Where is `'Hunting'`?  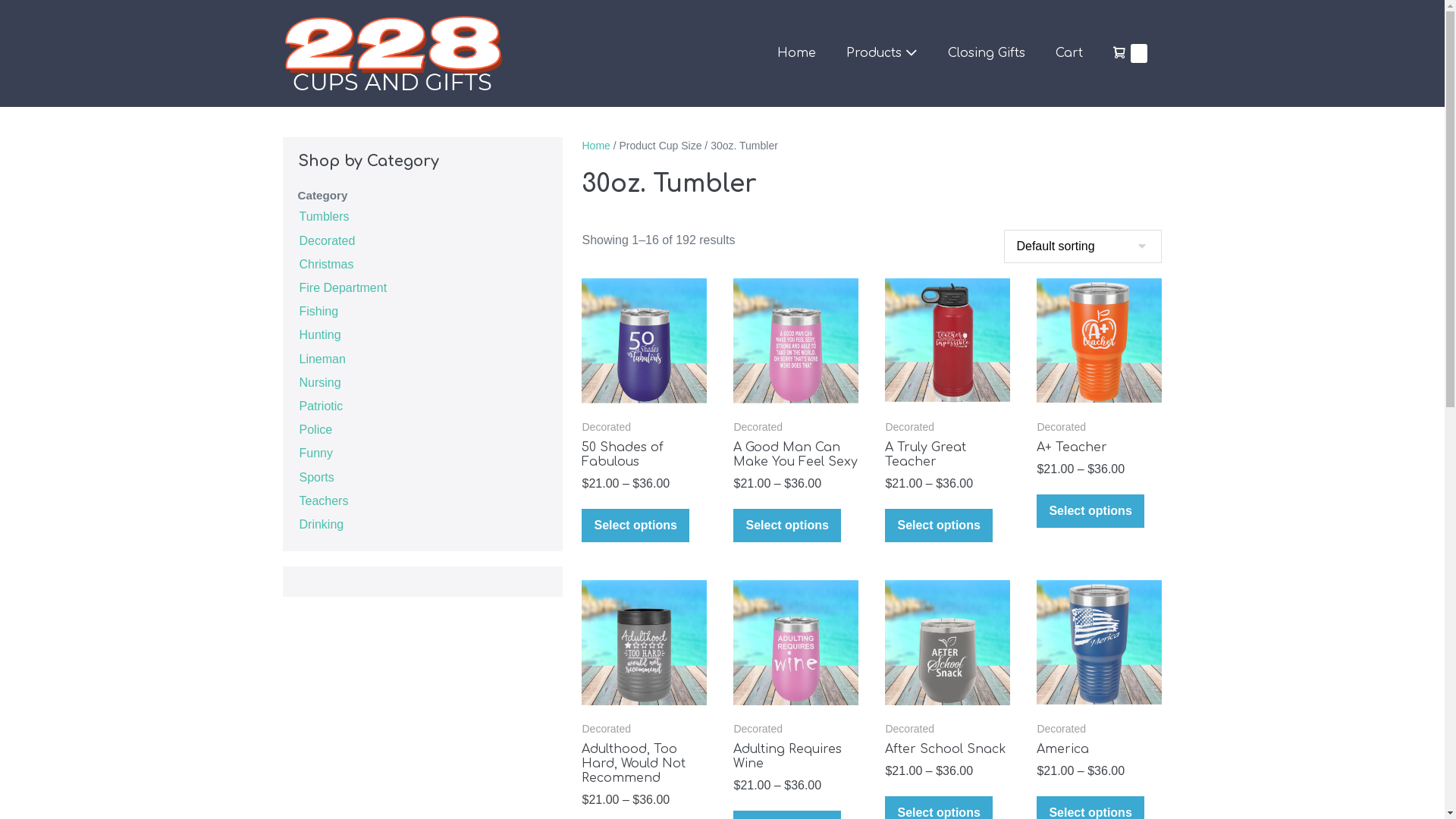
'Hunting' is located at coordinates (297, 333).